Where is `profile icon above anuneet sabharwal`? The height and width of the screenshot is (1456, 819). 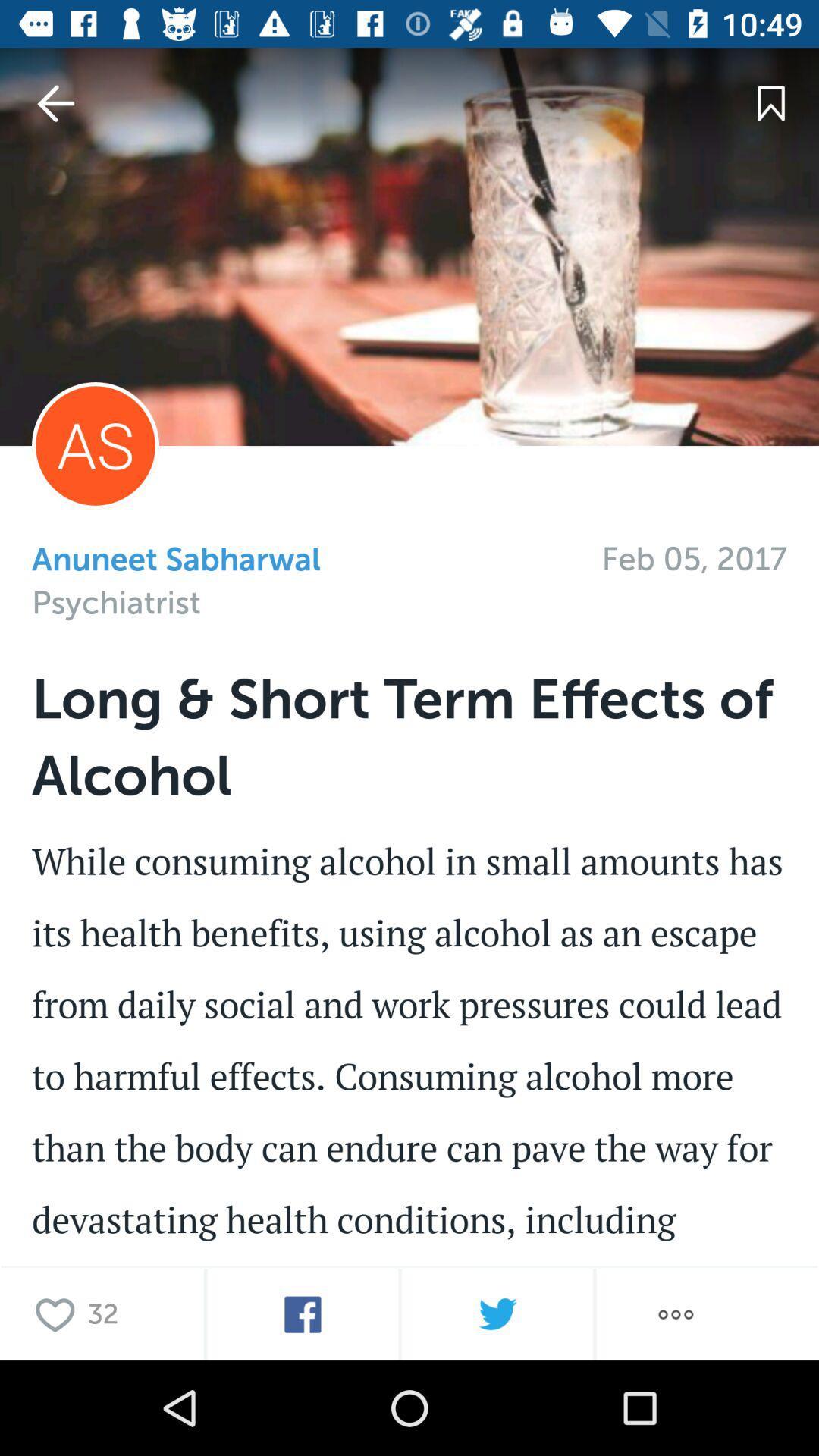
profile icon above anuneet sabharwal is located at coordinates (96, 444).